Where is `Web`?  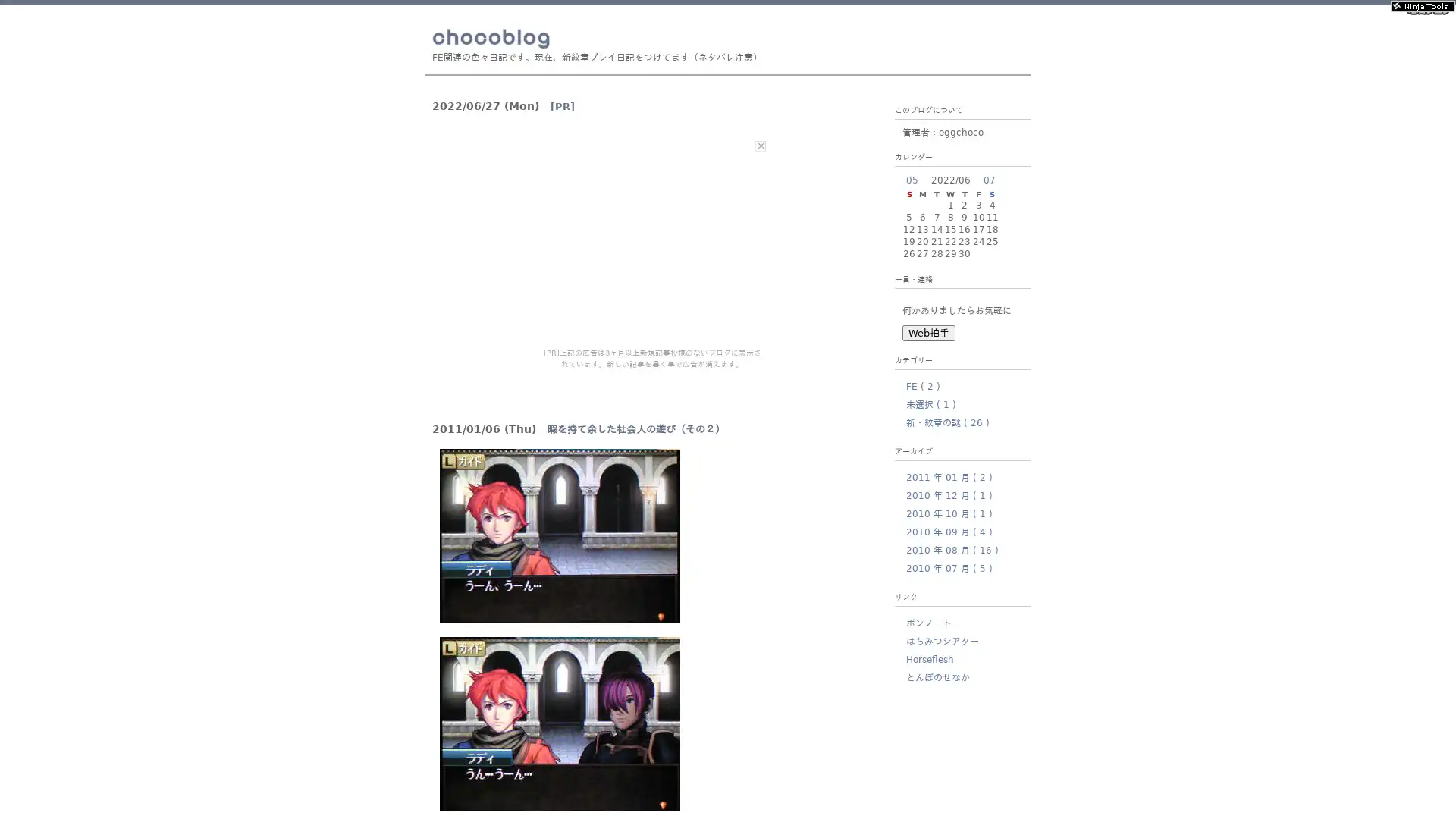
Web is located at coordinates (927, 332).